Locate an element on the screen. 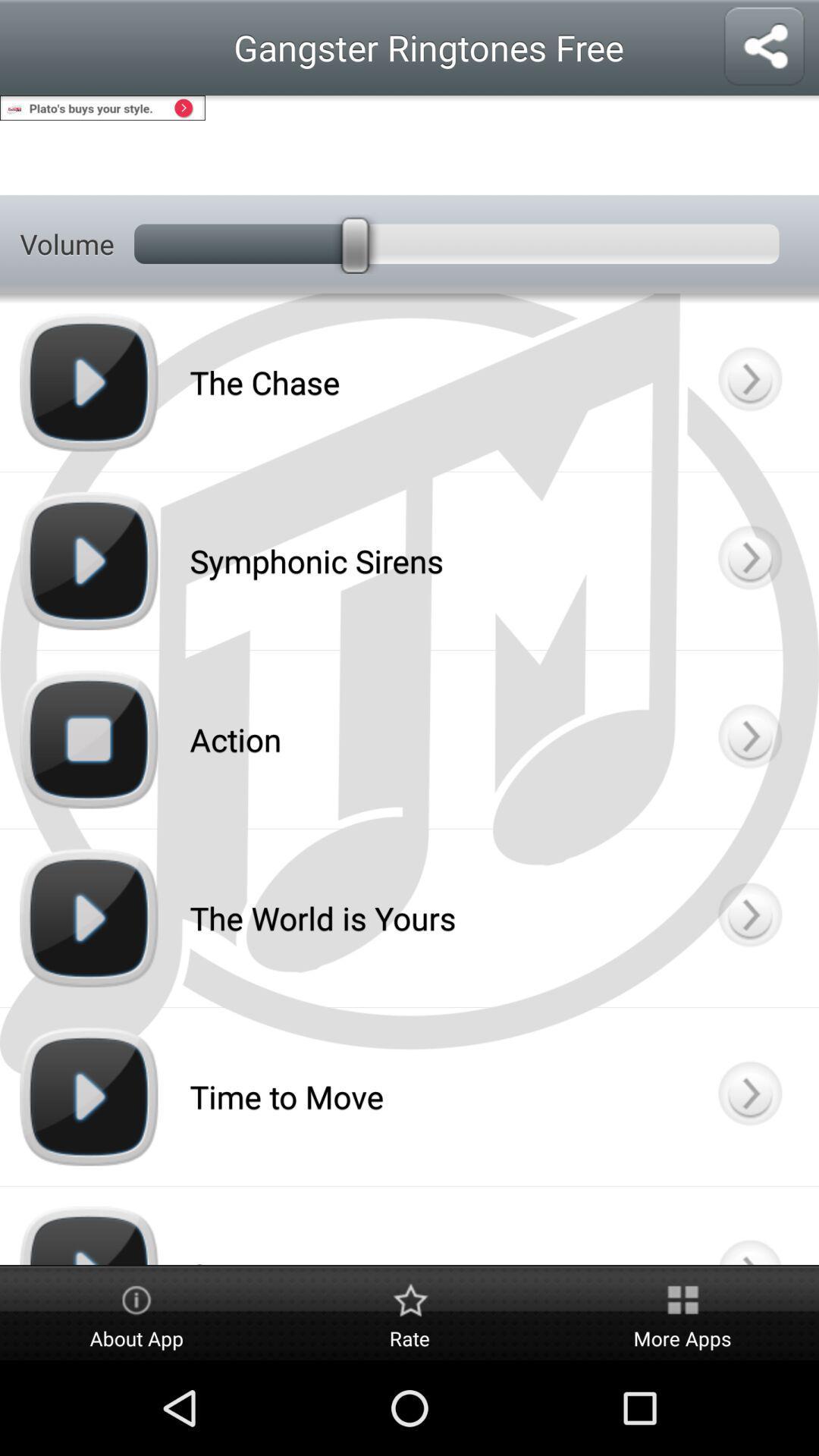 The height and width of the screenshot is (1456, 819). logo is located at coordinates (748, 1225).